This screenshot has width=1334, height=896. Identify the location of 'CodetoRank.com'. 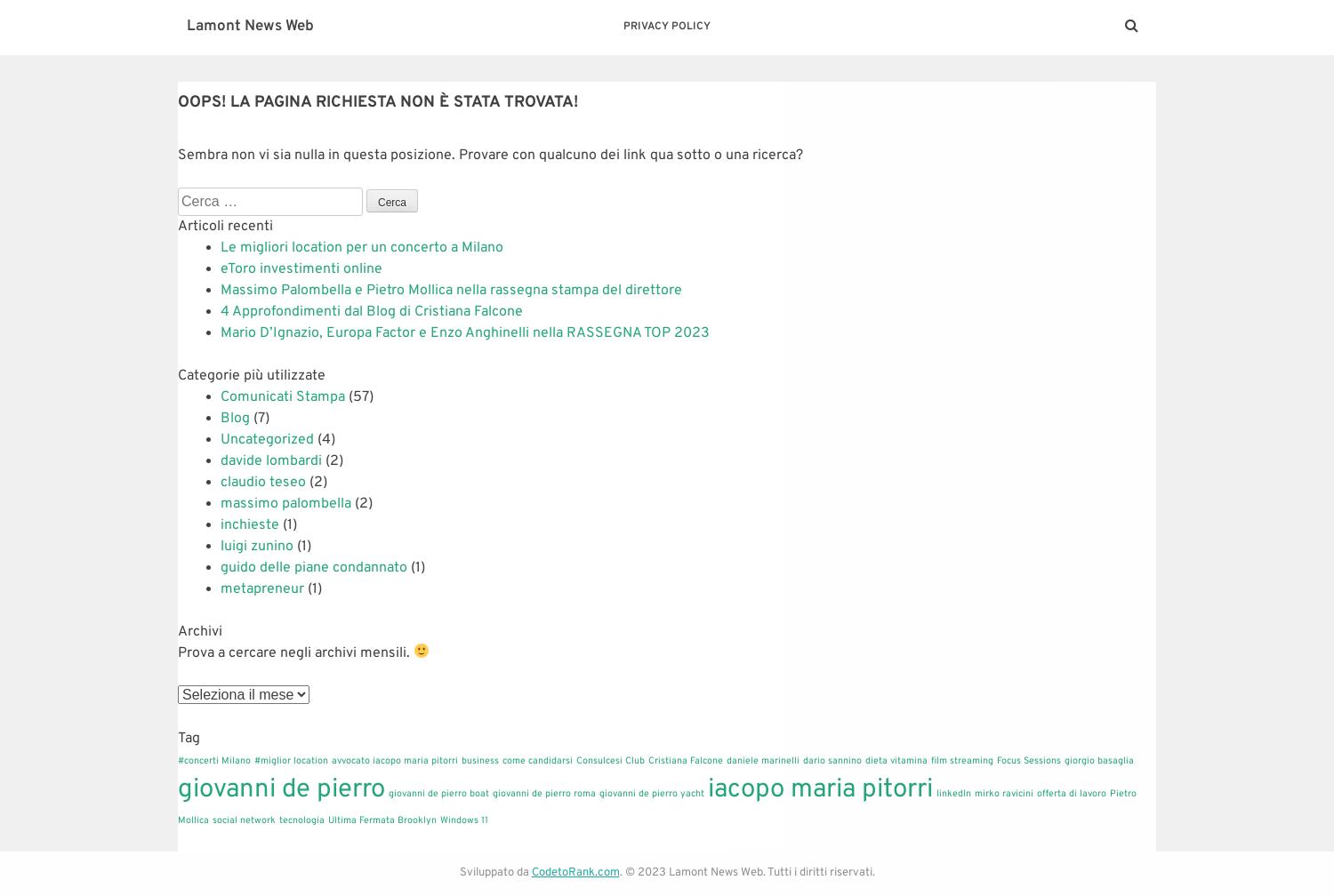
(575, 872).